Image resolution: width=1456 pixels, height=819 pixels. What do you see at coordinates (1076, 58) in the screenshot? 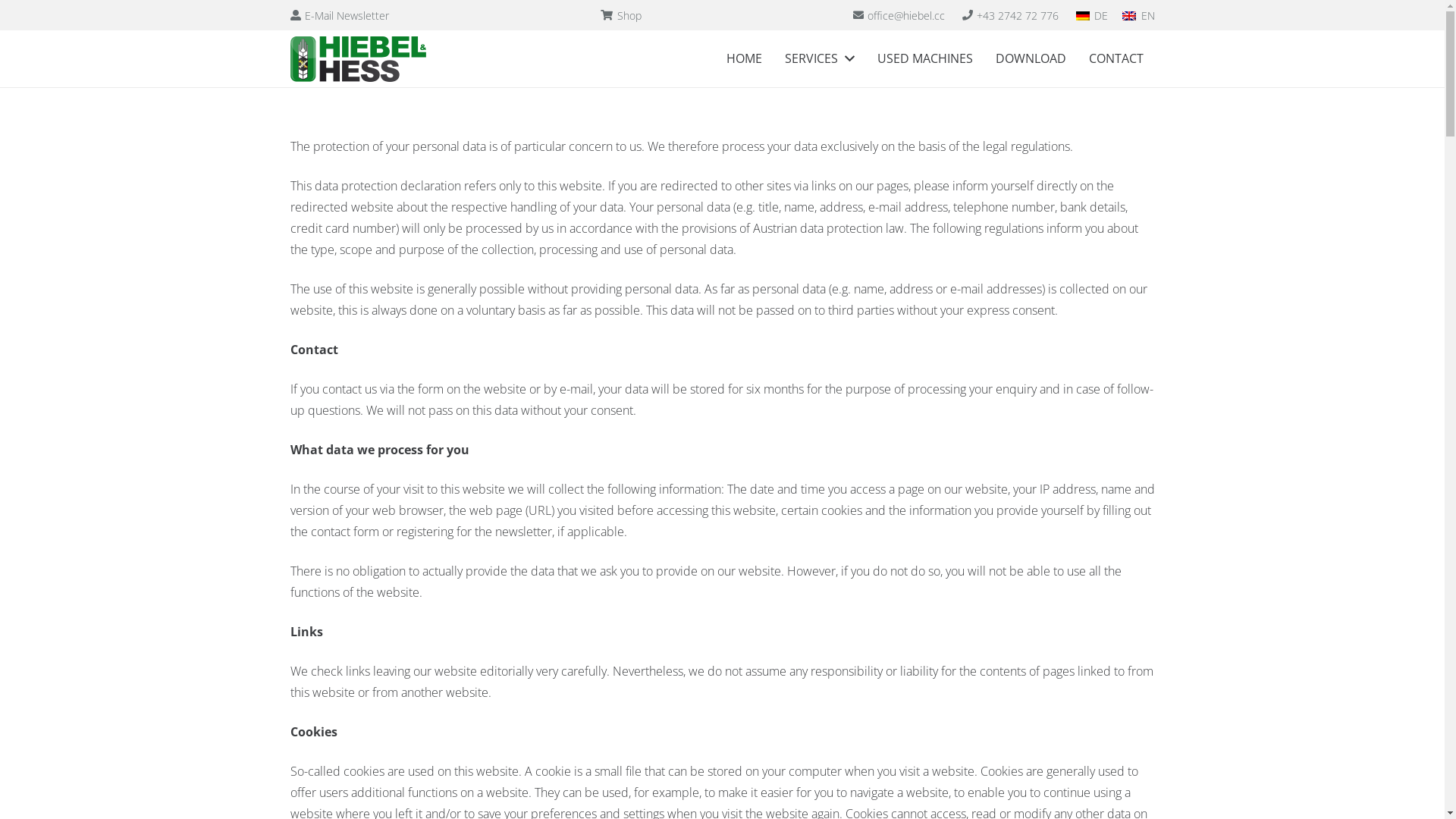
I see `'CONTACT'` at bounding box center [1076, 58].